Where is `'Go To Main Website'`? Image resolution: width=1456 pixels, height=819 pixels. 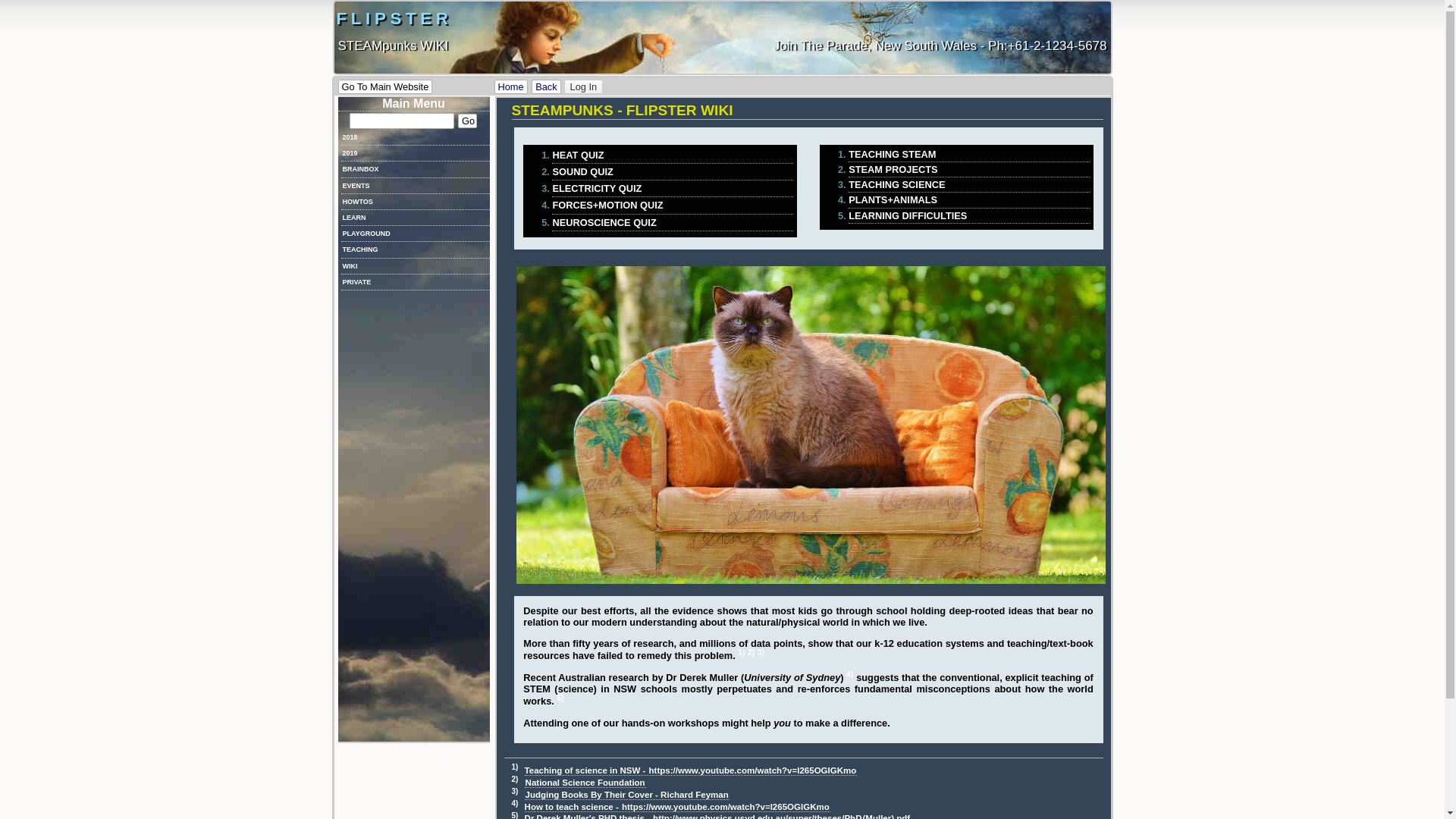
'Go To Main Website' is located at coordinates (385, 86).